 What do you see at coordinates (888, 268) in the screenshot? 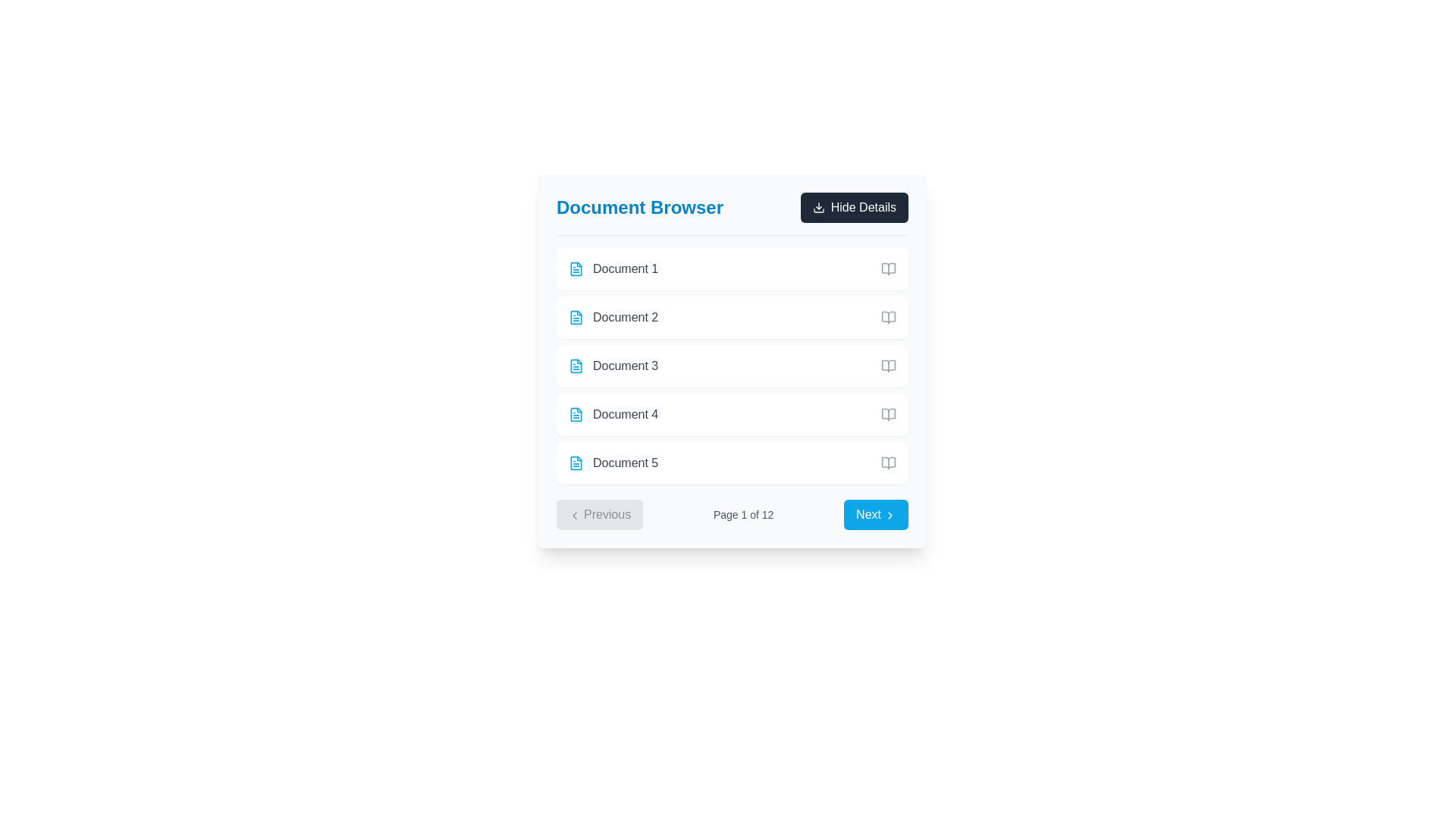
I see `the icon button resembling an open book, located in the first row of the 'Document Browser' panel, rightmost in the row titled 'Document 1', to change its color` at bounding box center [888, 268].